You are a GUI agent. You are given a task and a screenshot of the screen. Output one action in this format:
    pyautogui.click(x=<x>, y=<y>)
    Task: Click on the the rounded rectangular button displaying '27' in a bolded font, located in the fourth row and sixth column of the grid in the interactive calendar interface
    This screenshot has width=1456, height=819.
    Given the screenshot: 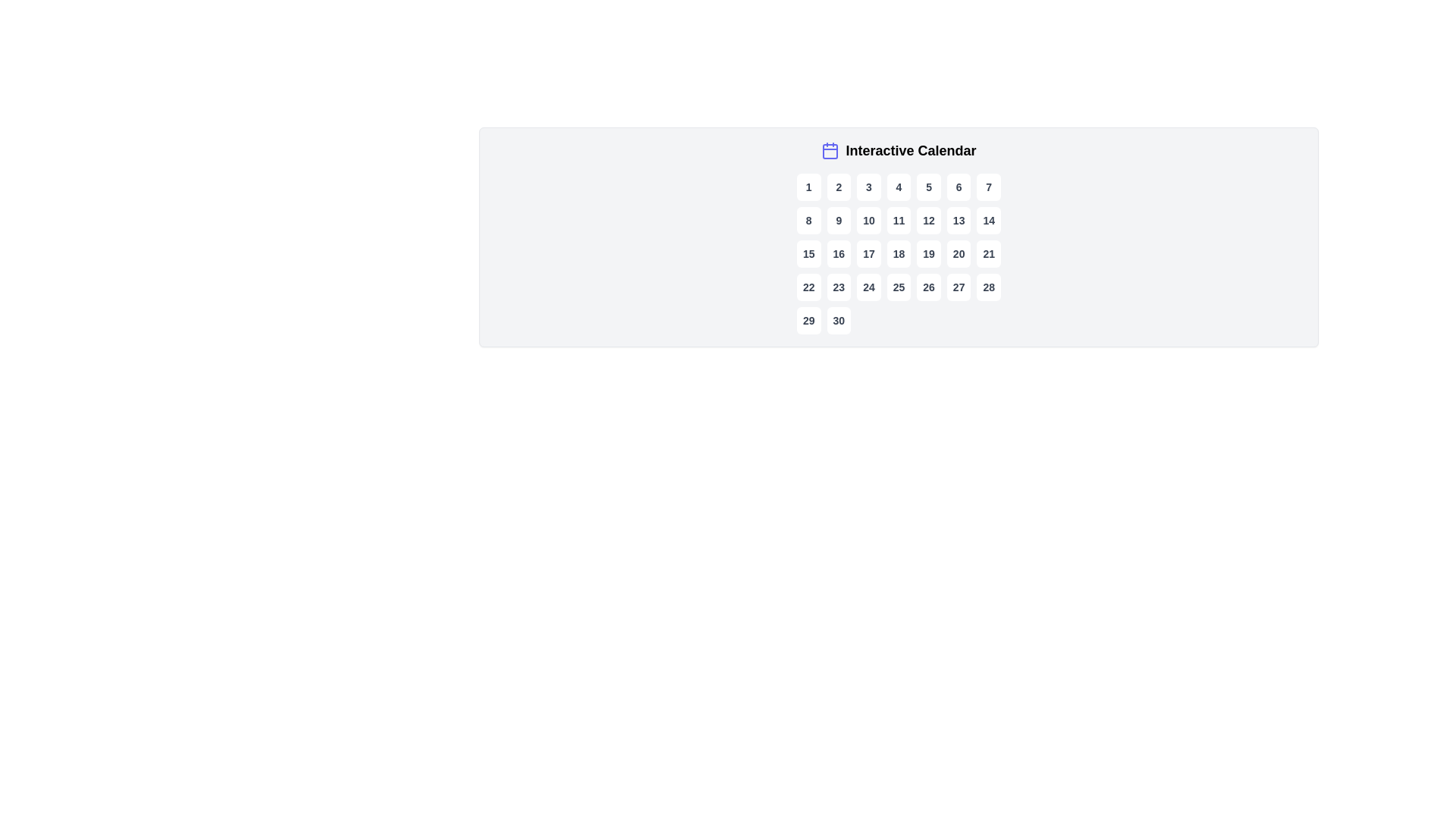 What is the action you would take?
    pyautogui.click(x=958, y=287)
    